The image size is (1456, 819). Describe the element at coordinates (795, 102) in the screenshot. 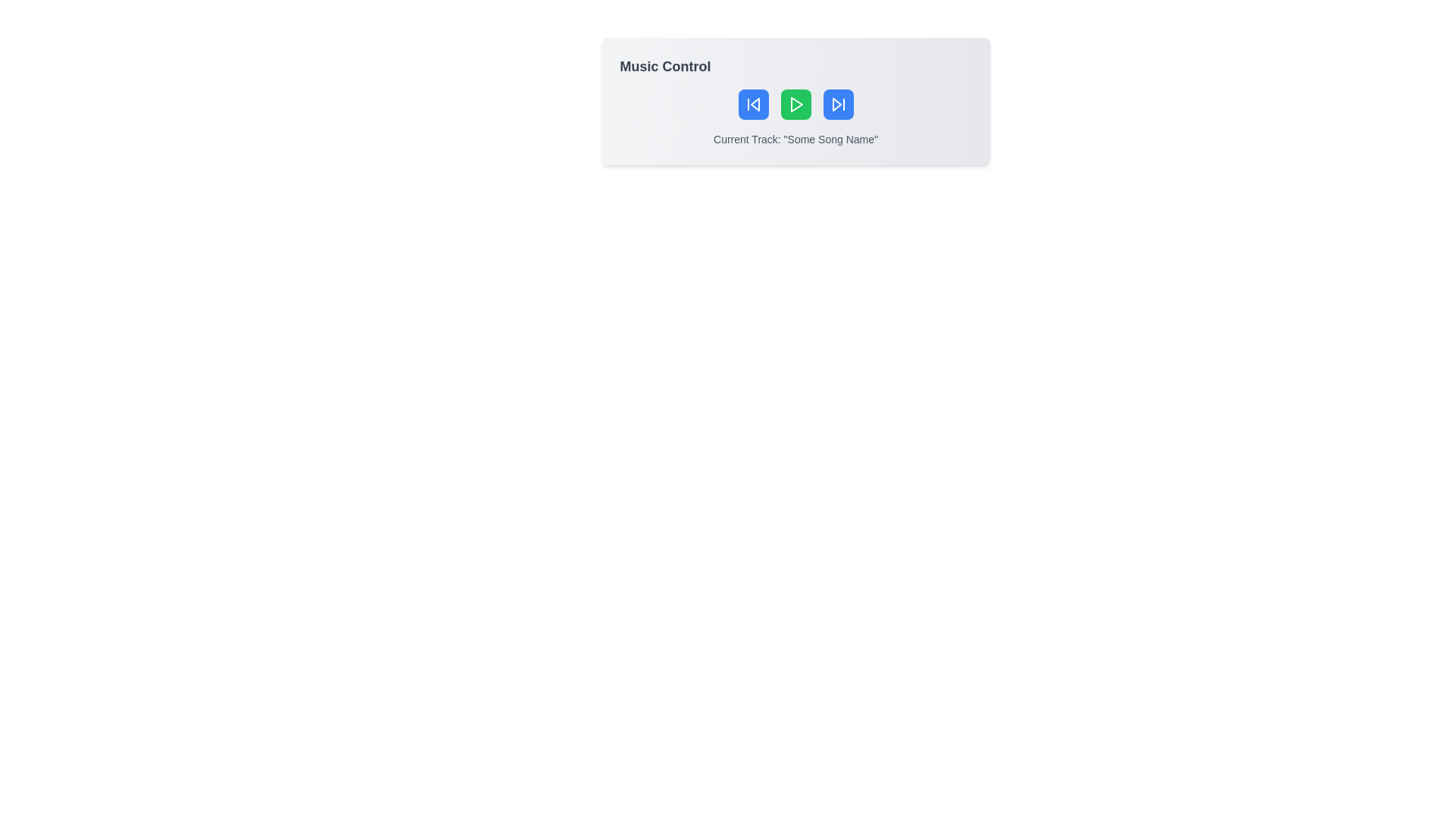

I see `the music control panel` at that location.